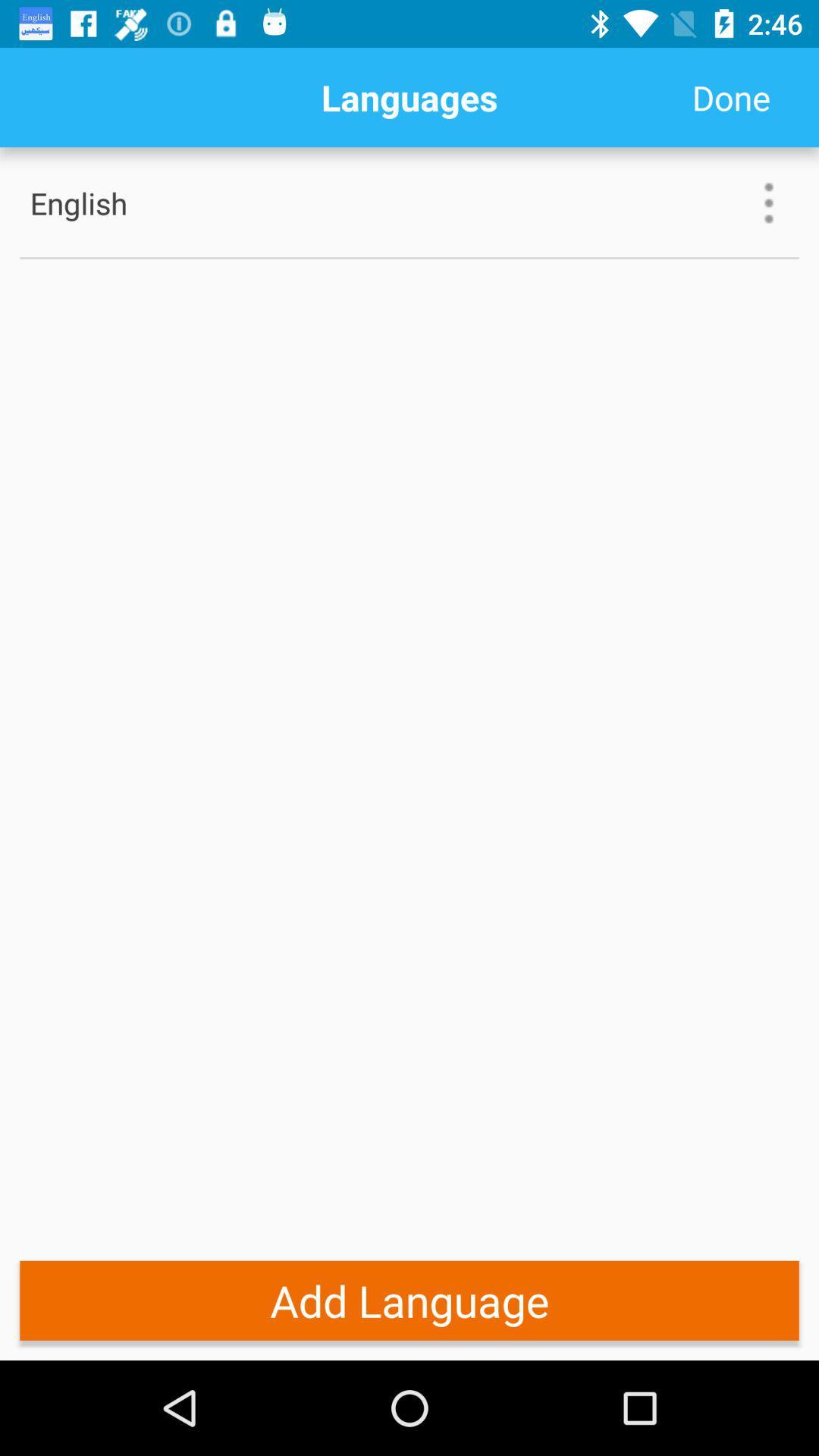  What do you see at coordinates (769, 202) in the screenshot?
I see `the icon next to english` at bounding box center [769, 202].